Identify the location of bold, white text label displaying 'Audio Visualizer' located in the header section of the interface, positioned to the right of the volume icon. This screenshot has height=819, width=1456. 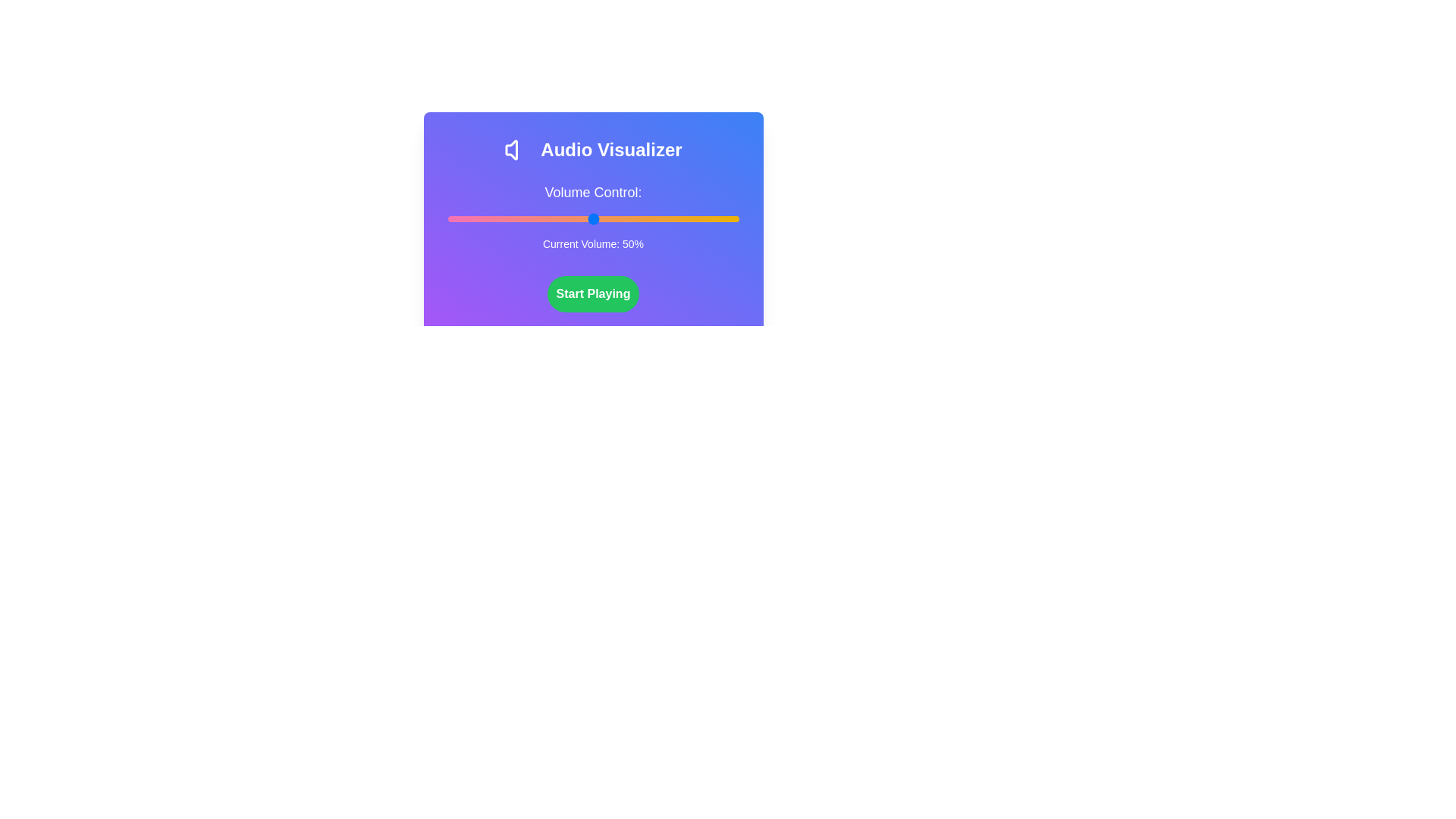
(611, 149).